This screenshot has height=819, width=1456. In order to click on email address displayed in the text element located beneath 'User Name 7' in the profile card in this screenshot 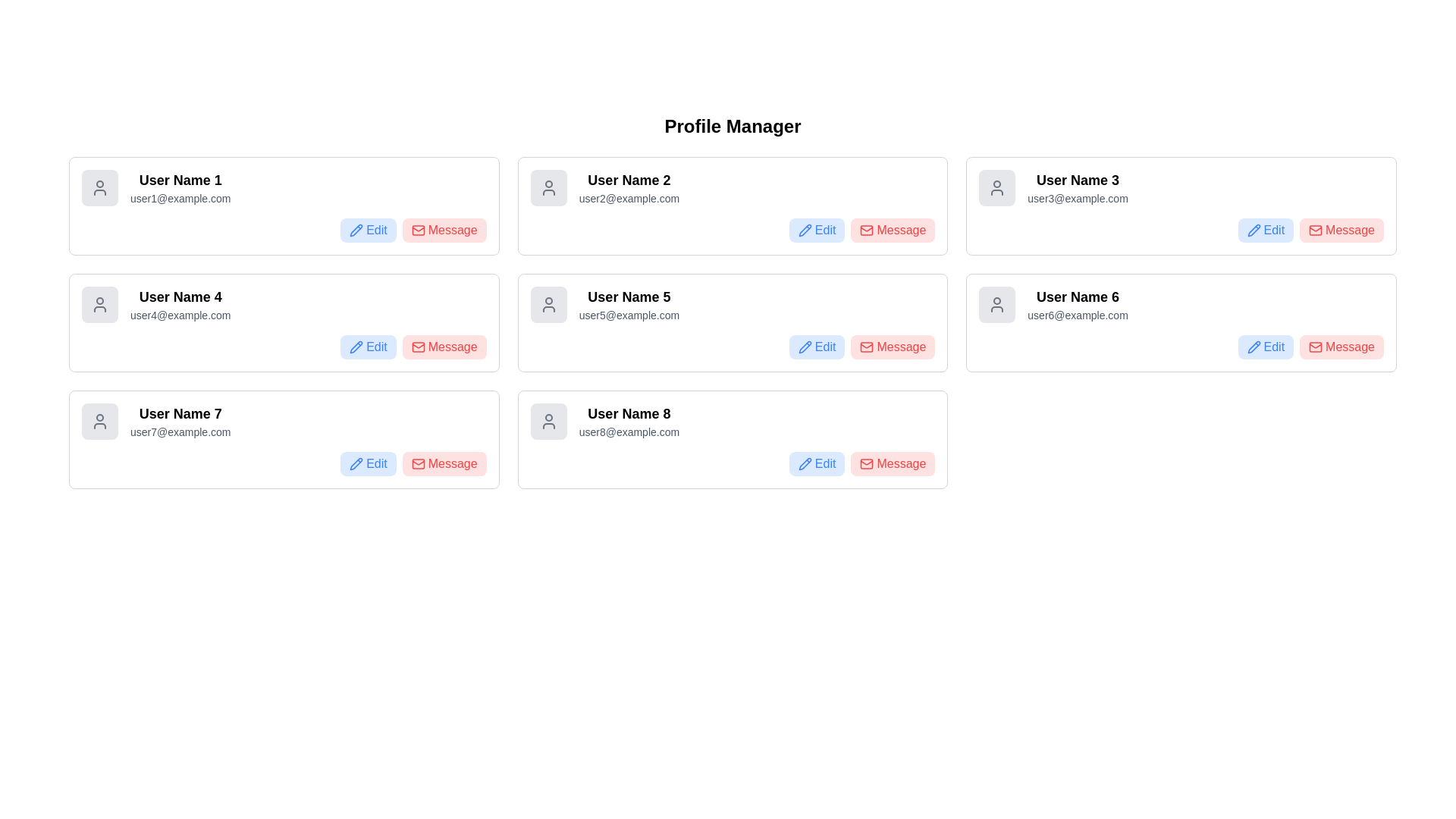, I will do `click(180, 432)`.